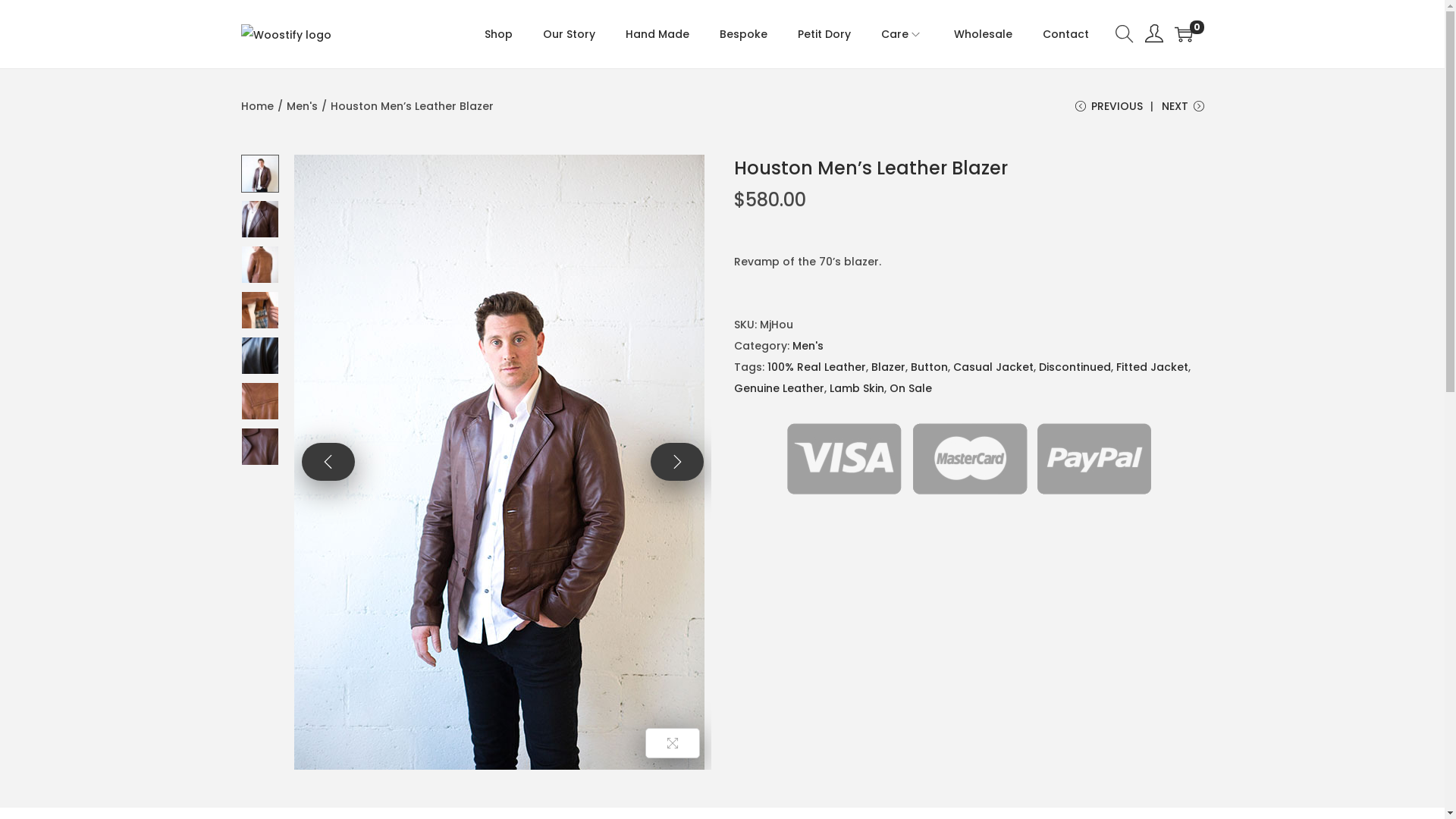 This screenshot has width=1456, height=819. Describe the element at coordinates (542, 34) in the screenshot. I see `'Our Story'` at that location.